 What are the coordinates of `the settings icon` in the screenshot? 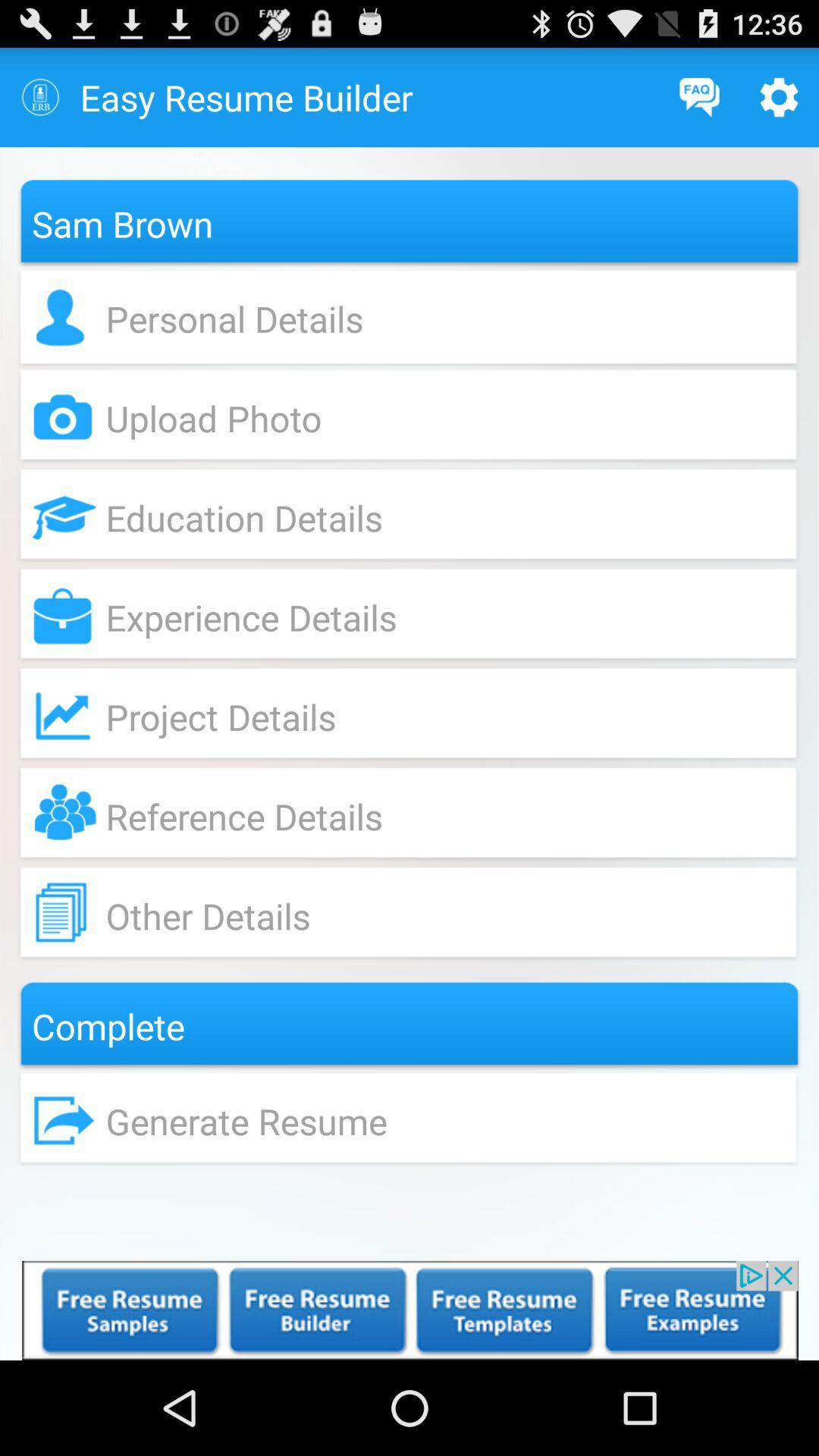 It's located at (779, 103).